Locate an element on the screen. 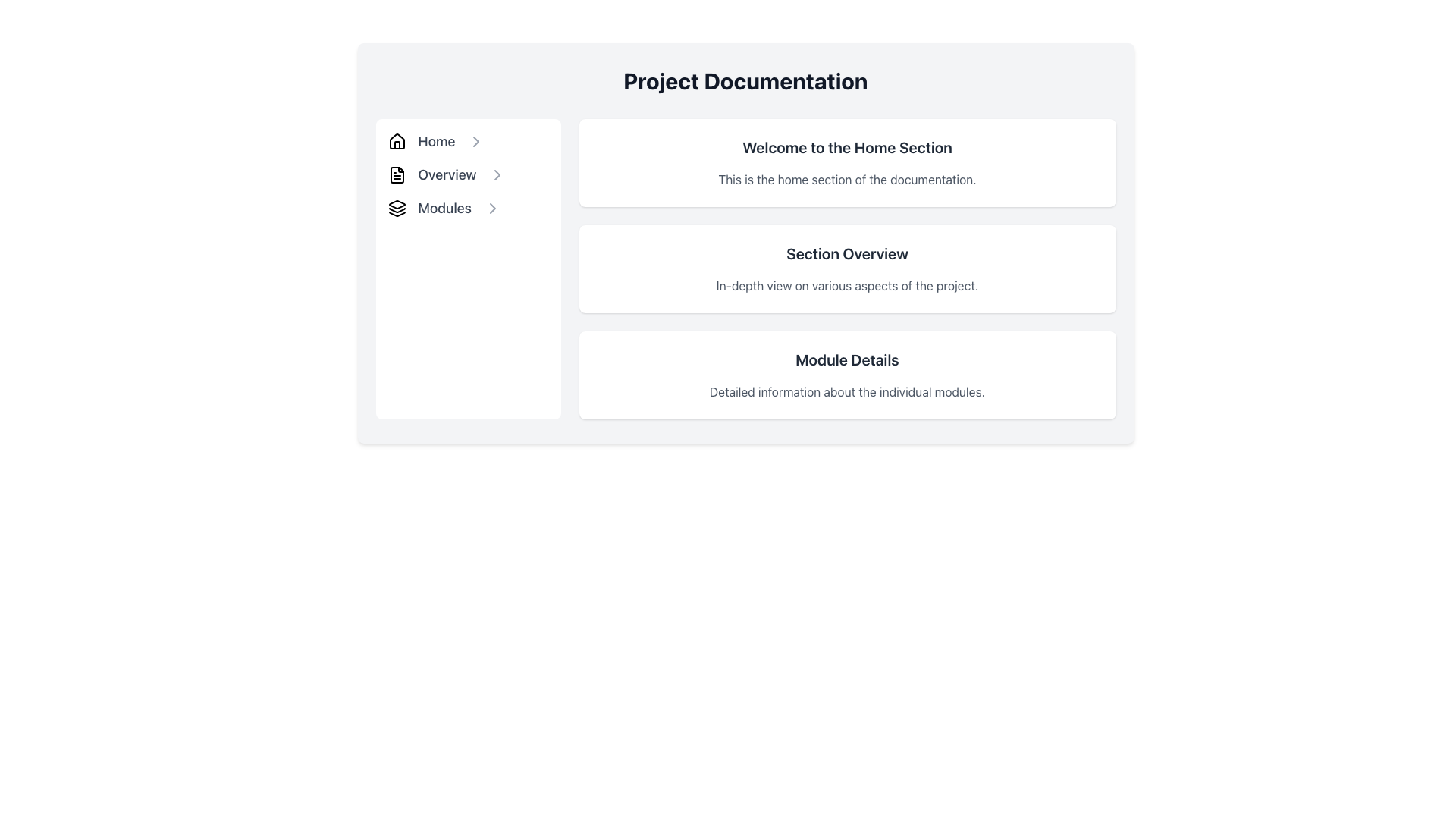 Image resolution: width=1456 pixels, height=819 pixels. the right-pointing light gray Chevron icon next to the 'Modules' text in the vertical navigation menu is located at coordinates (492, 208).